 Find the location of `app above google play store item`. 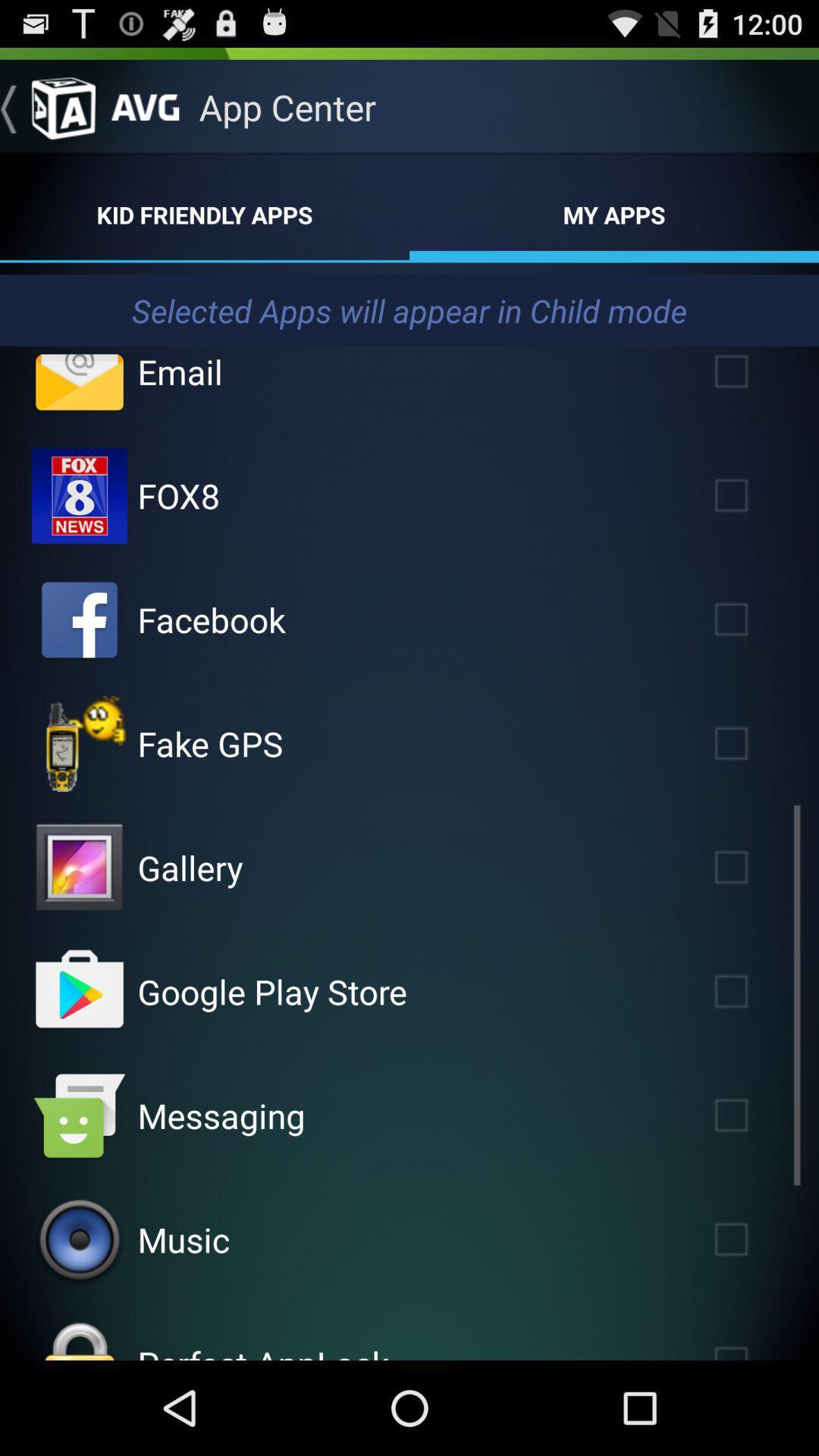

app above google play store item is located at coordinates (189, 868).